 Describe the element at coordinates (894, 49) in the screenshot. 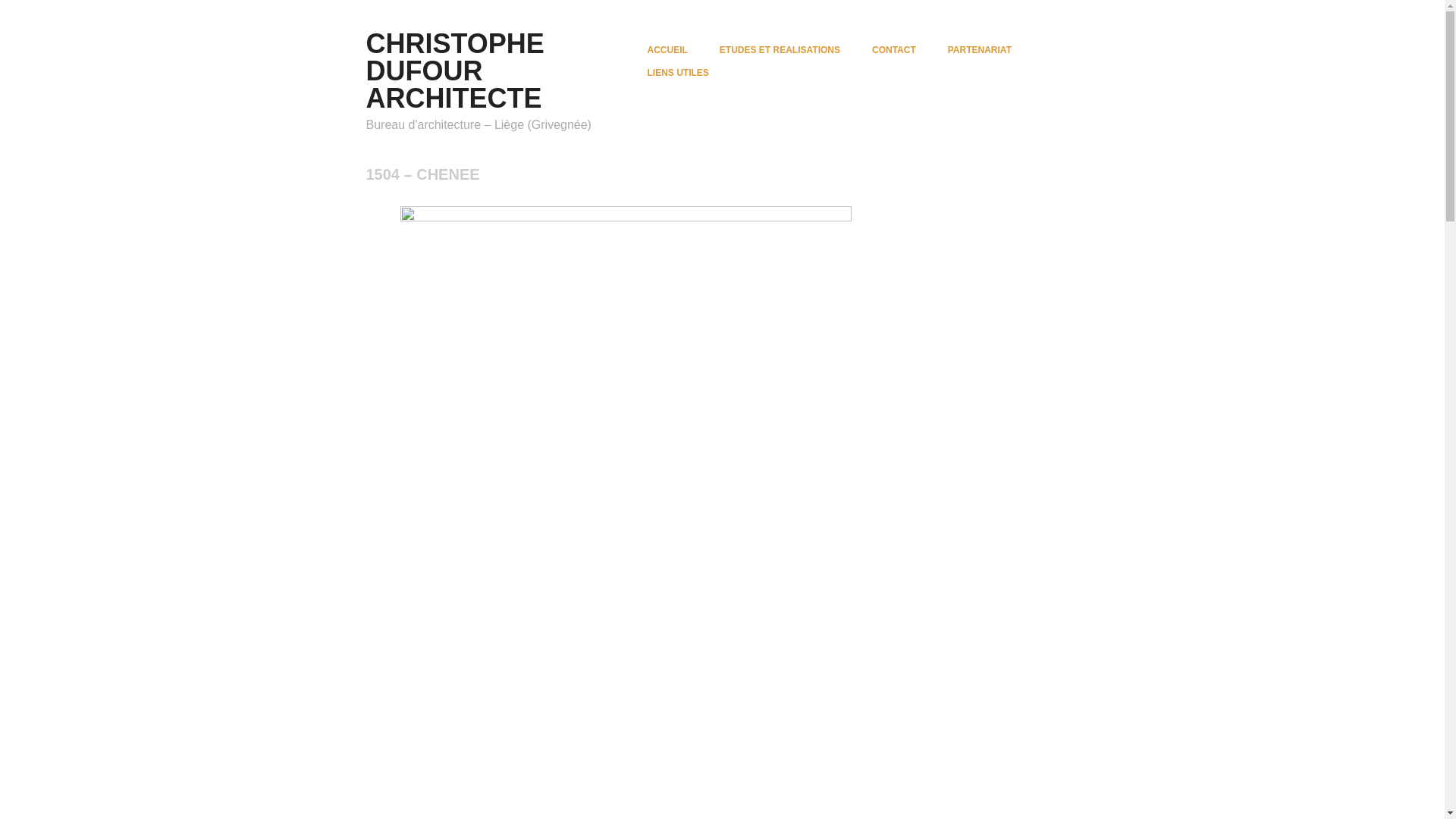

I see `'CONTACT'` at that location.